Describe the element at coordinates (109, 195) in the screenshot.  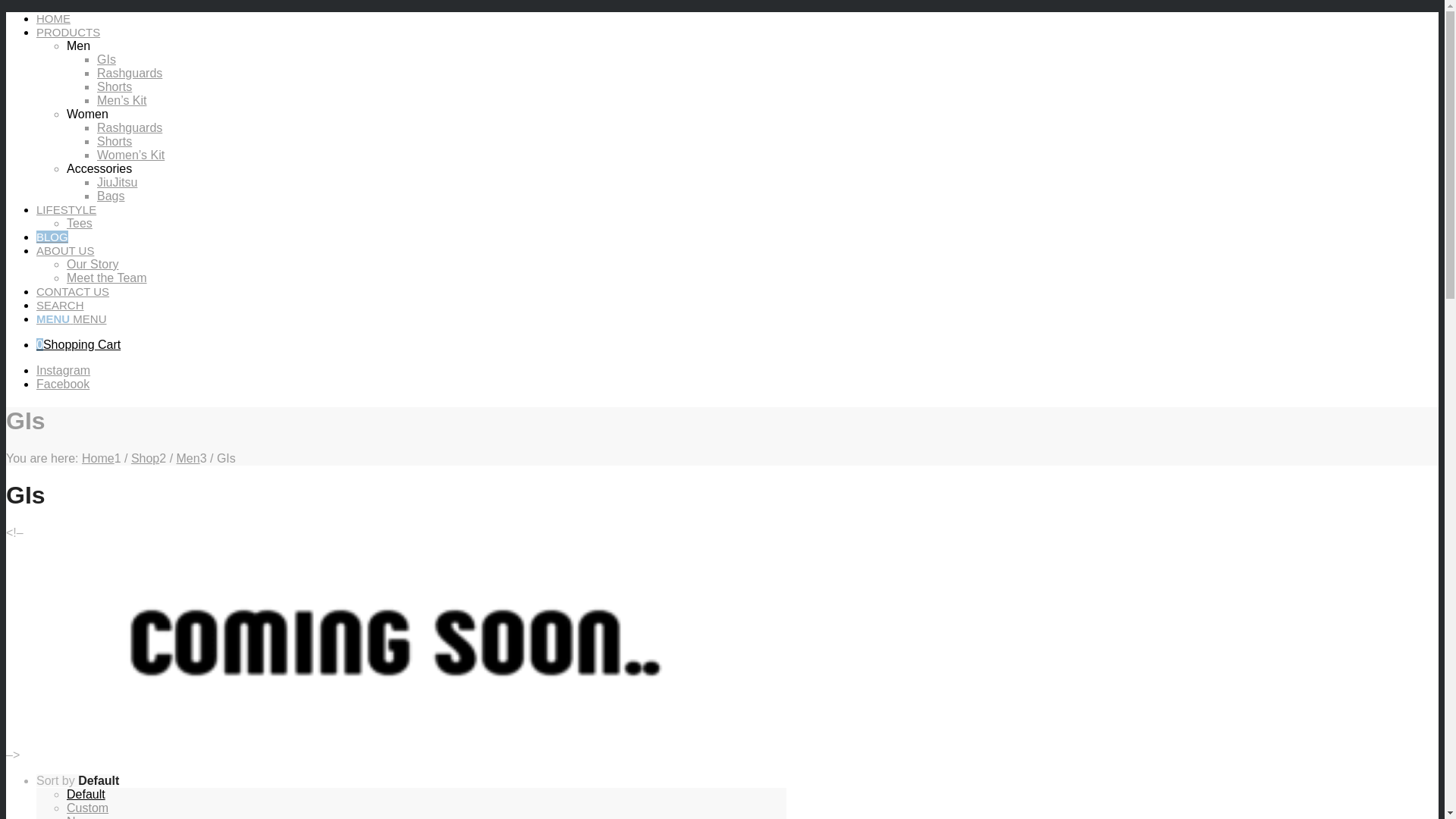
I see `'Bags'` at that location.